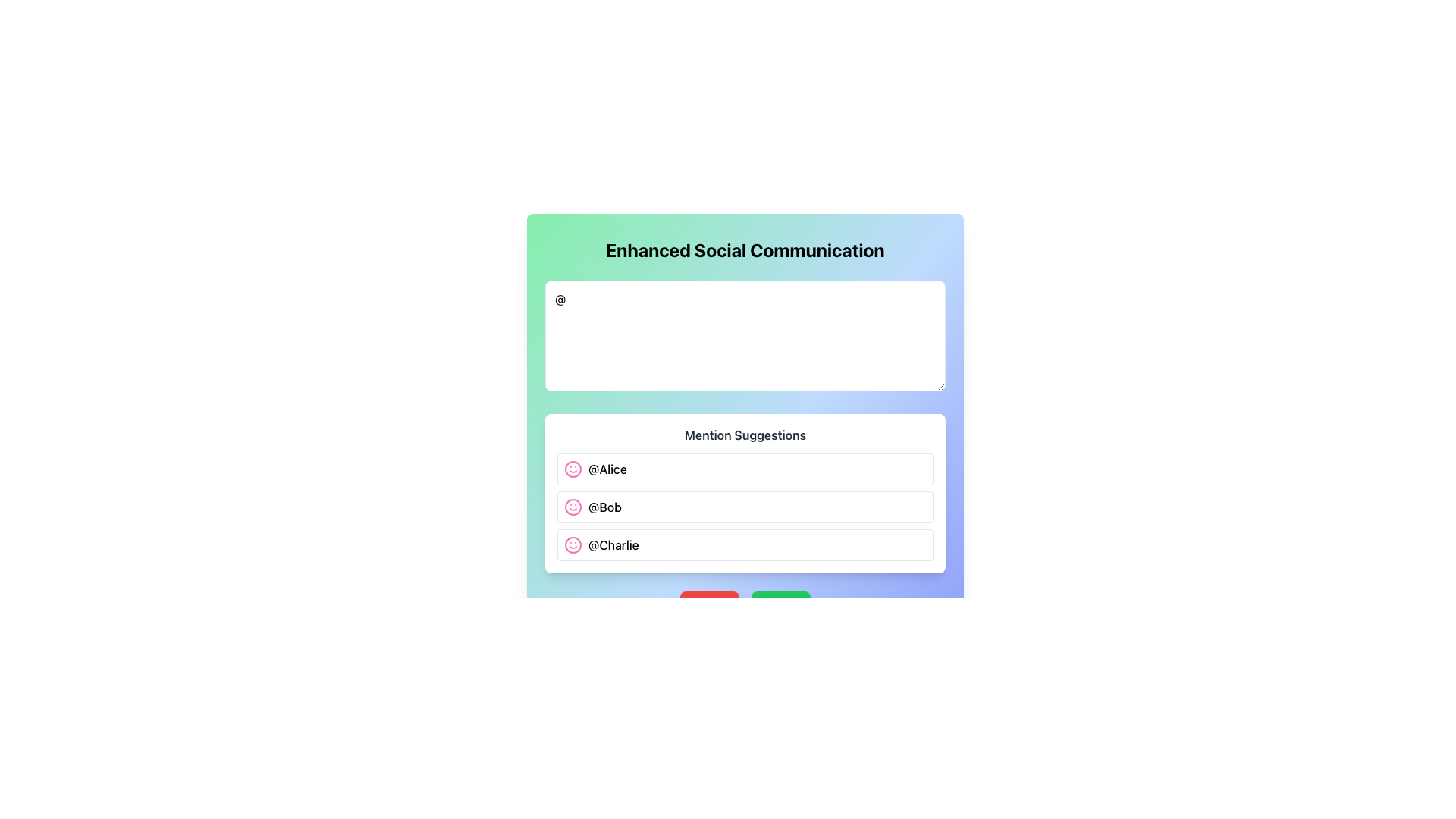 This screenshot has width=1456, height=819. I want to click on the text label displaying '@Charlie', so click(613, 544).